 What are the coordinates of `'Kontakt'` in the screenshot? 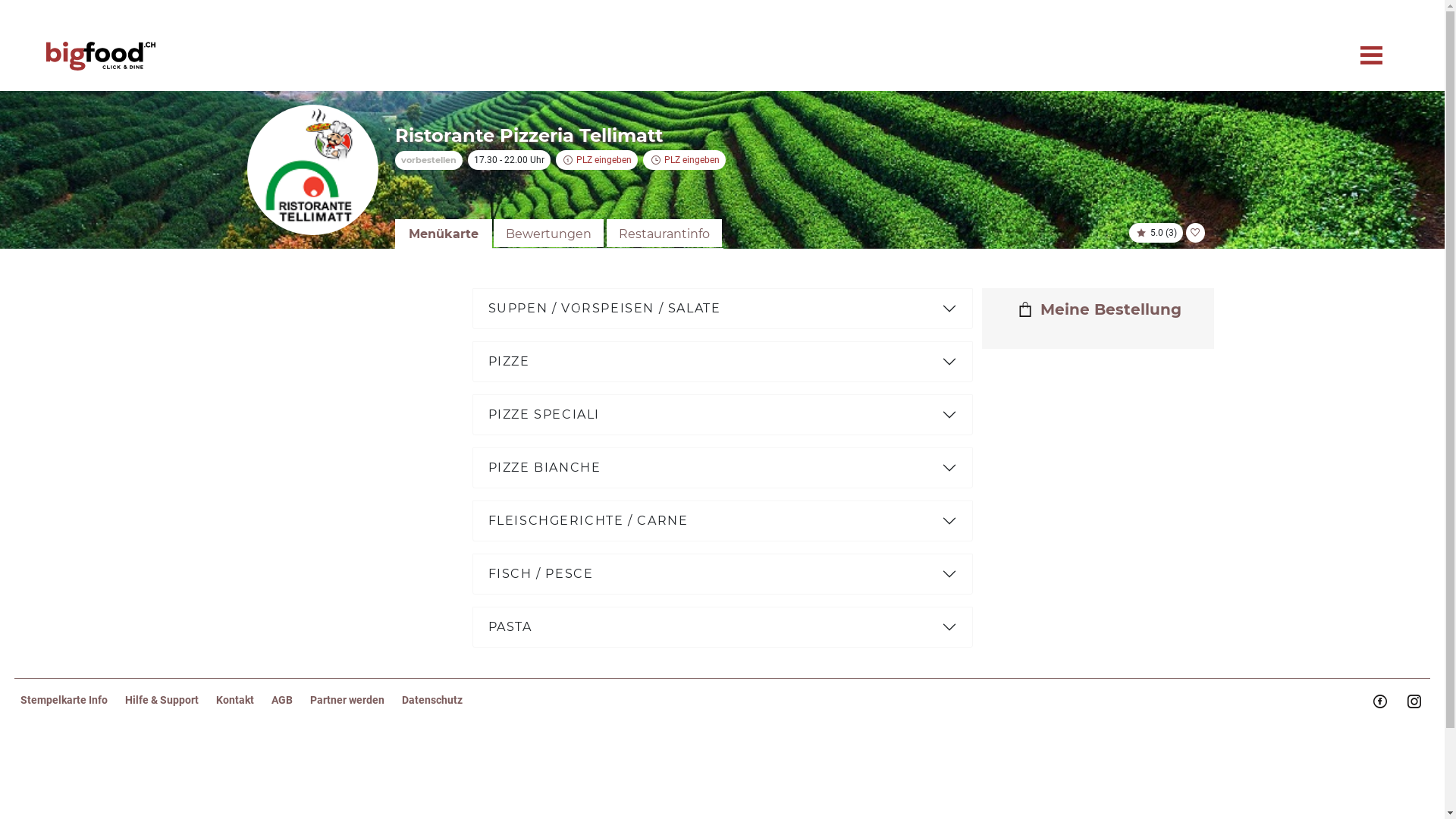 It's located at (243, 699).